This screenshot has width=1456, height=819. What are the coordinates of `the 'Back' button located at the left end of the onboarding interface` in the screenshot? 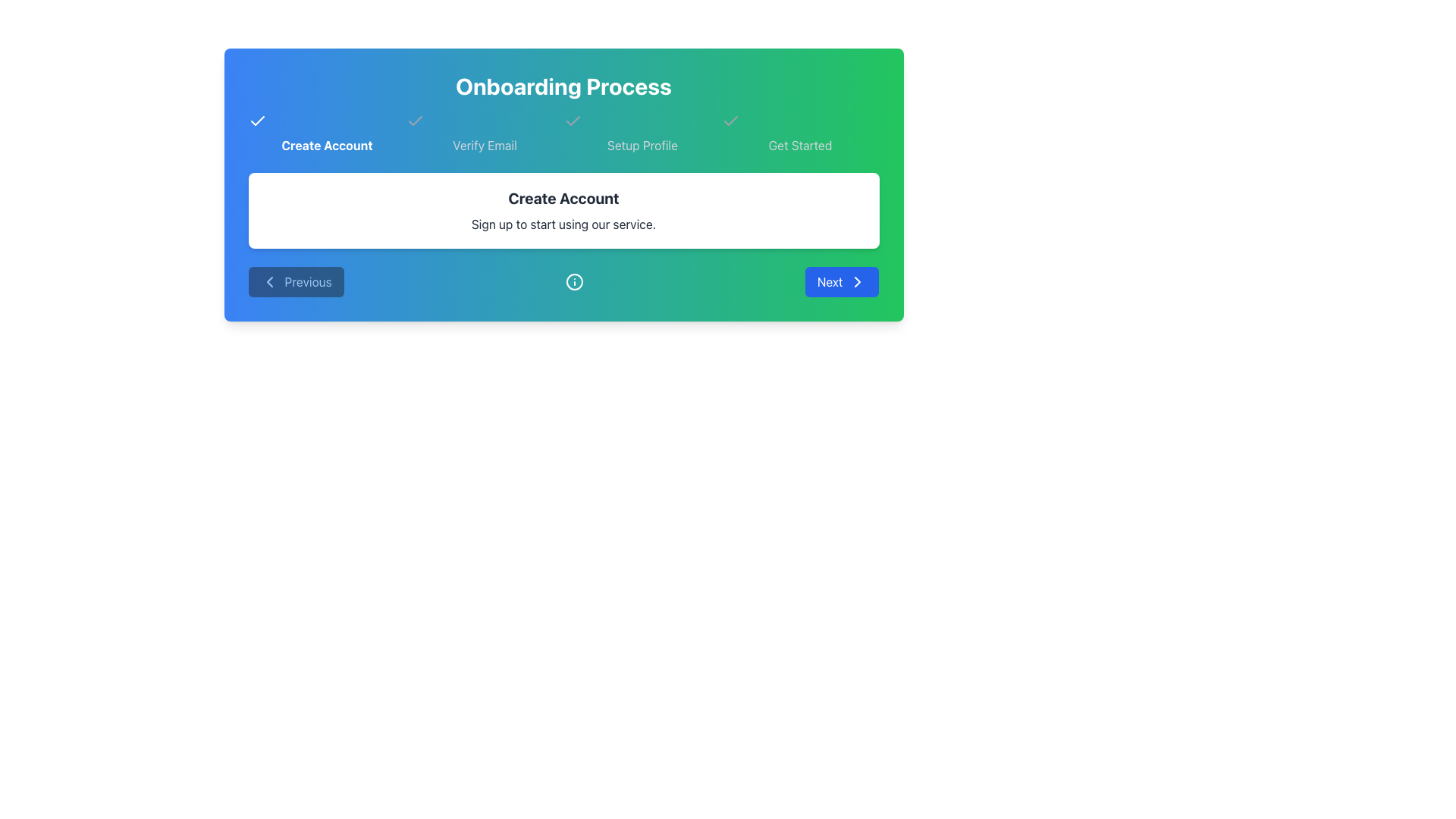 It's located at (296, 281).